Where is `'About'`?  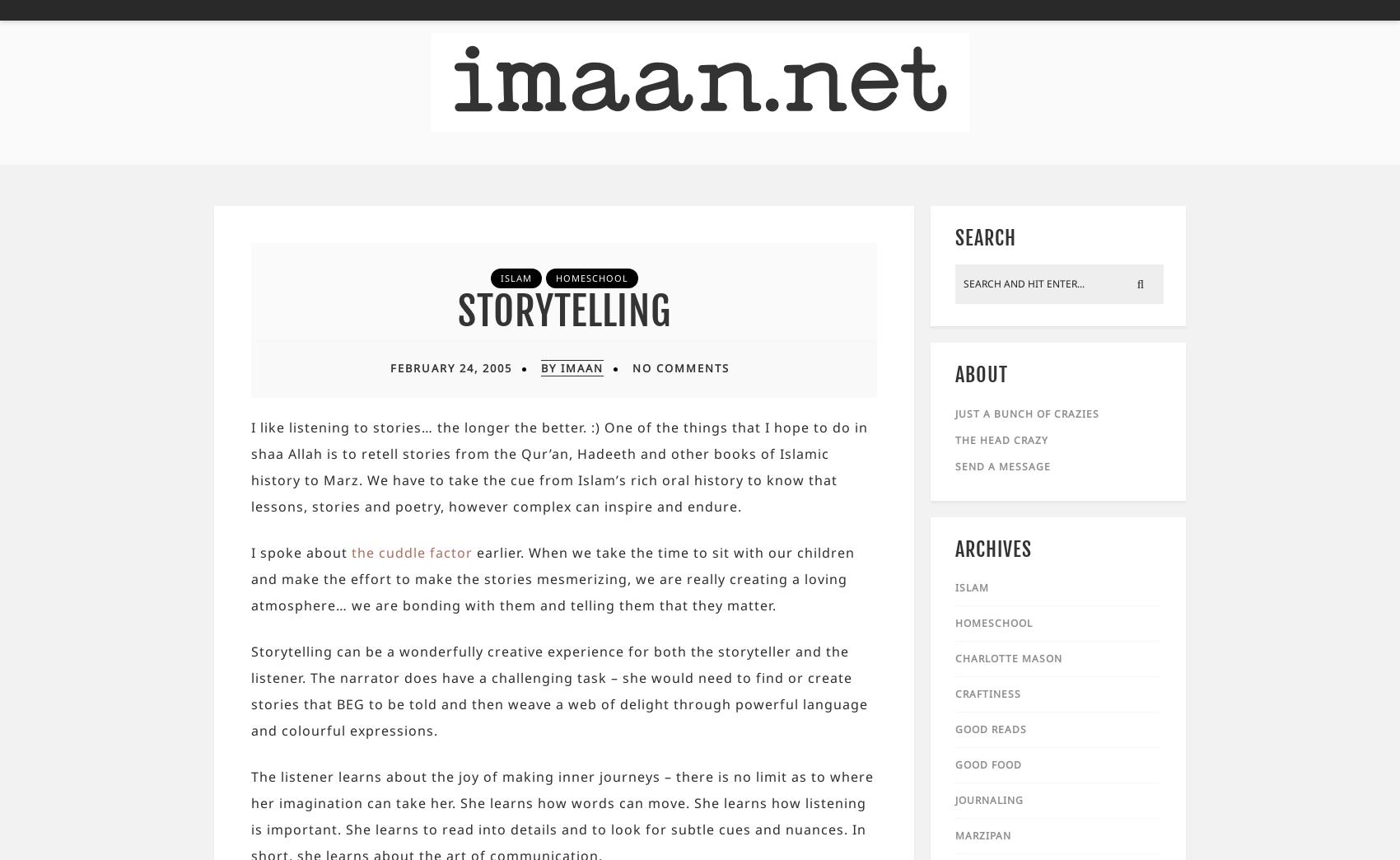 'About' is located at coordinates (981, 373).